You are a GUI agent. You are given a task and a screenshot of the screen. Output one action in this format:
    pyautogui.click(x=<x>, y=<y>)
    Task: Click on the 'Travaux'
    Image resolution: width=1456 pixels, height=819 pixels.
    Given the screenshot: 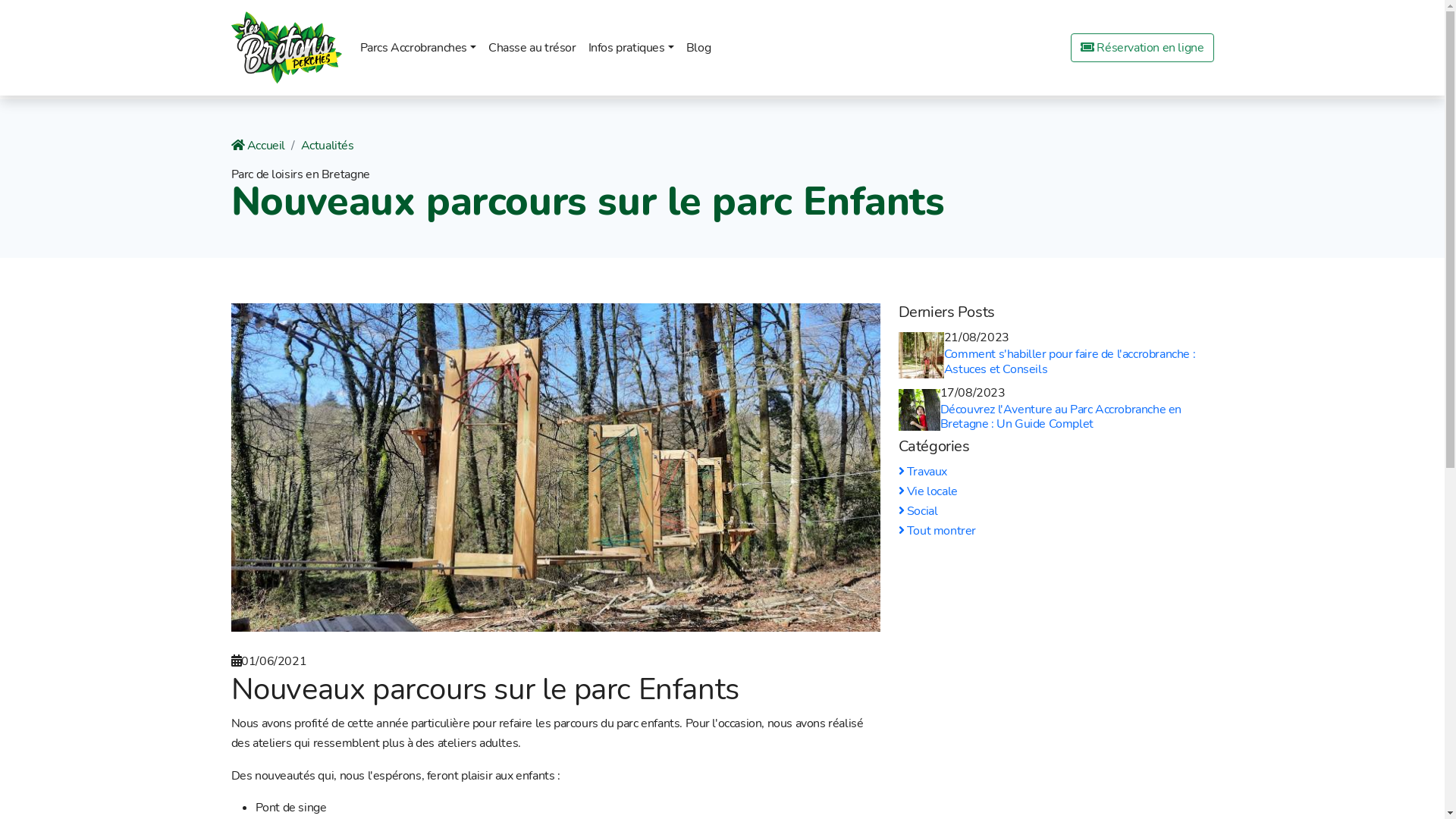 What is the action you would take?
    pyautogui.click(x=898, y=470)
    